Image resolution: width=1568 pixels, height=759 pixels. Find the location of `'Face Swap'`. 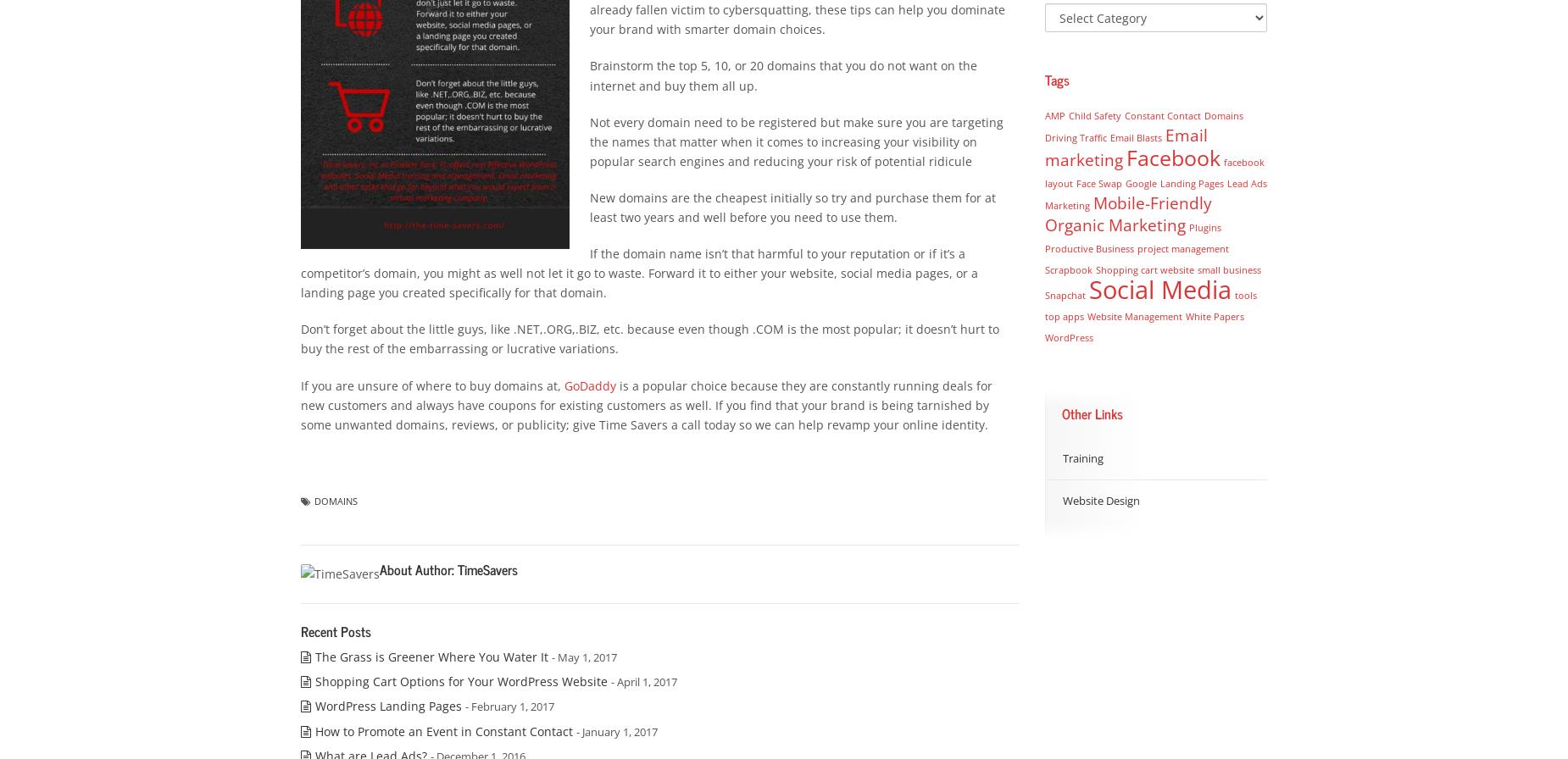

'Face Swap' is located at coordinates (1097, 183).